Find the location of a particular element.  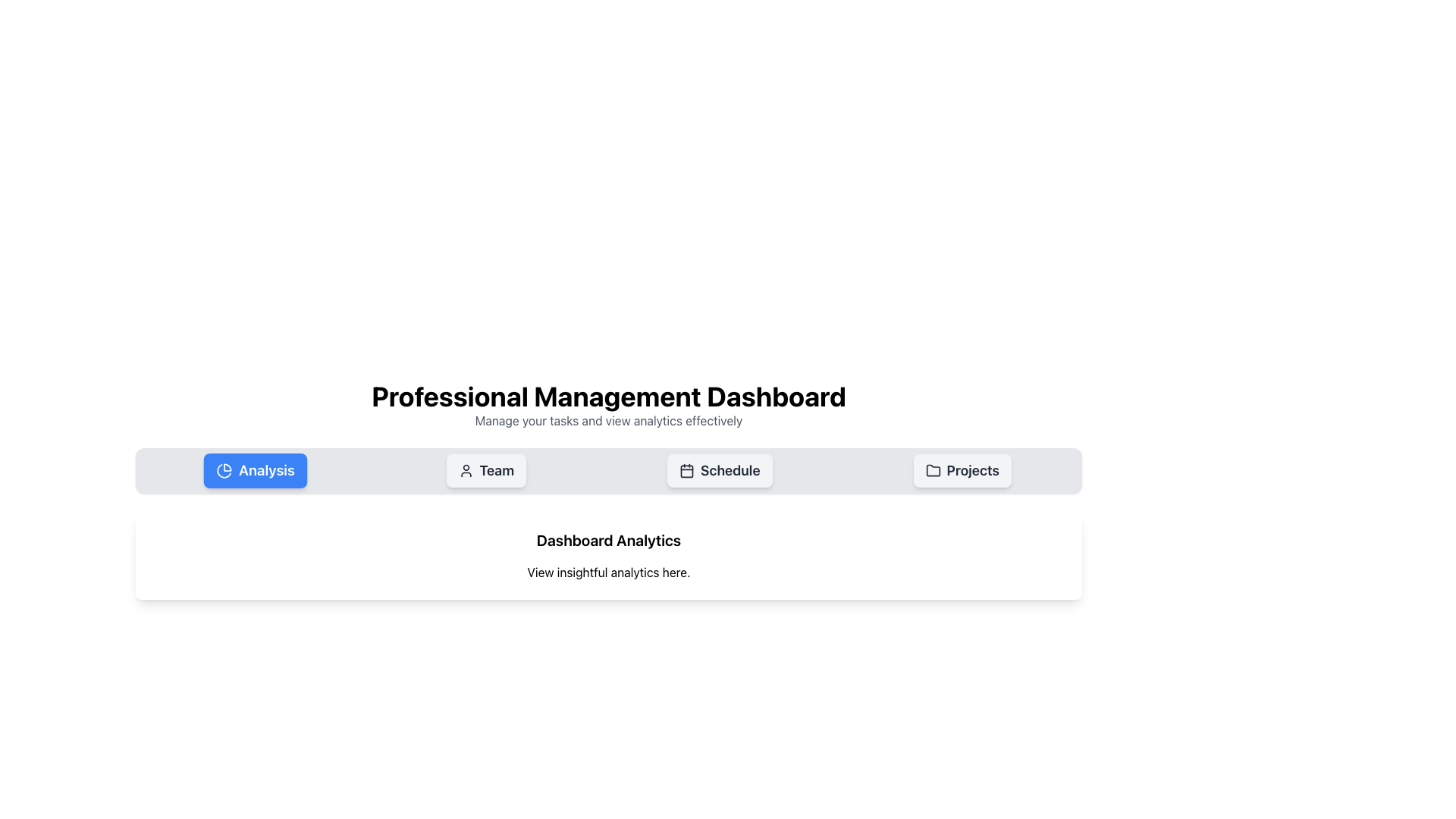

the pie chart icon located inside the blue 'Analysis' button, positioned to the left of the button's text is located at coordinates (224, 470).